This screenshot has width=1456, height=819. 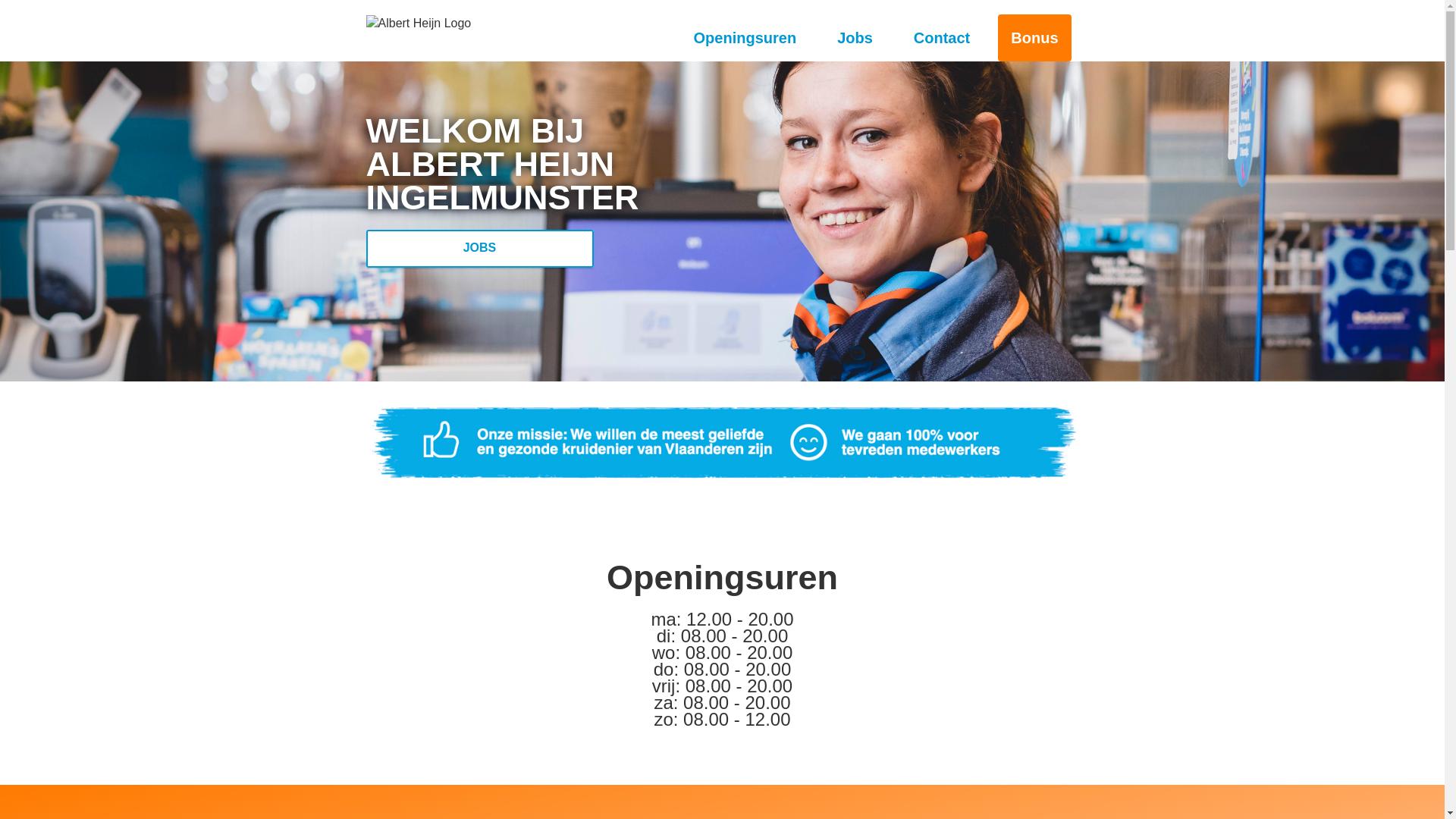 What do you see at coordinates (1033, 37) in the screenshot?
I see `'Bonus'` at bounding box center [1033, 37].